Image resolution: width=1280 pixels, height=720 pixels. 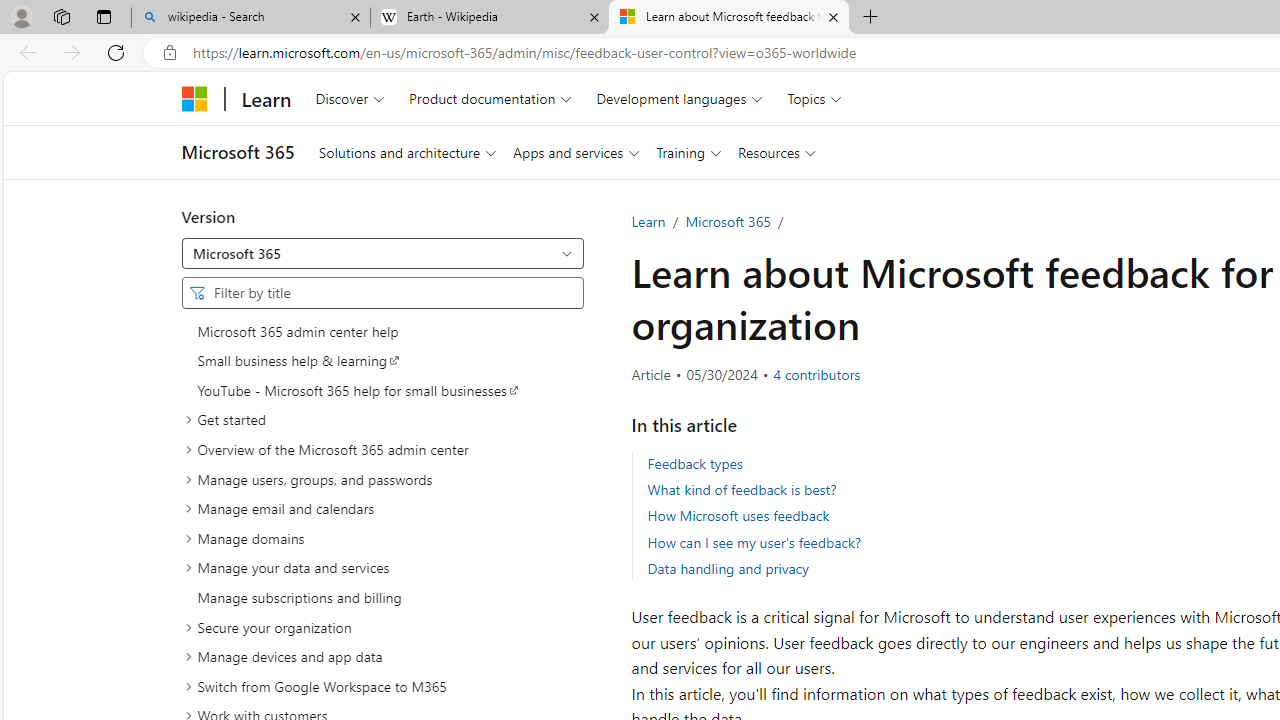 I want to click on 'Topics', so click(x=815, y=98).